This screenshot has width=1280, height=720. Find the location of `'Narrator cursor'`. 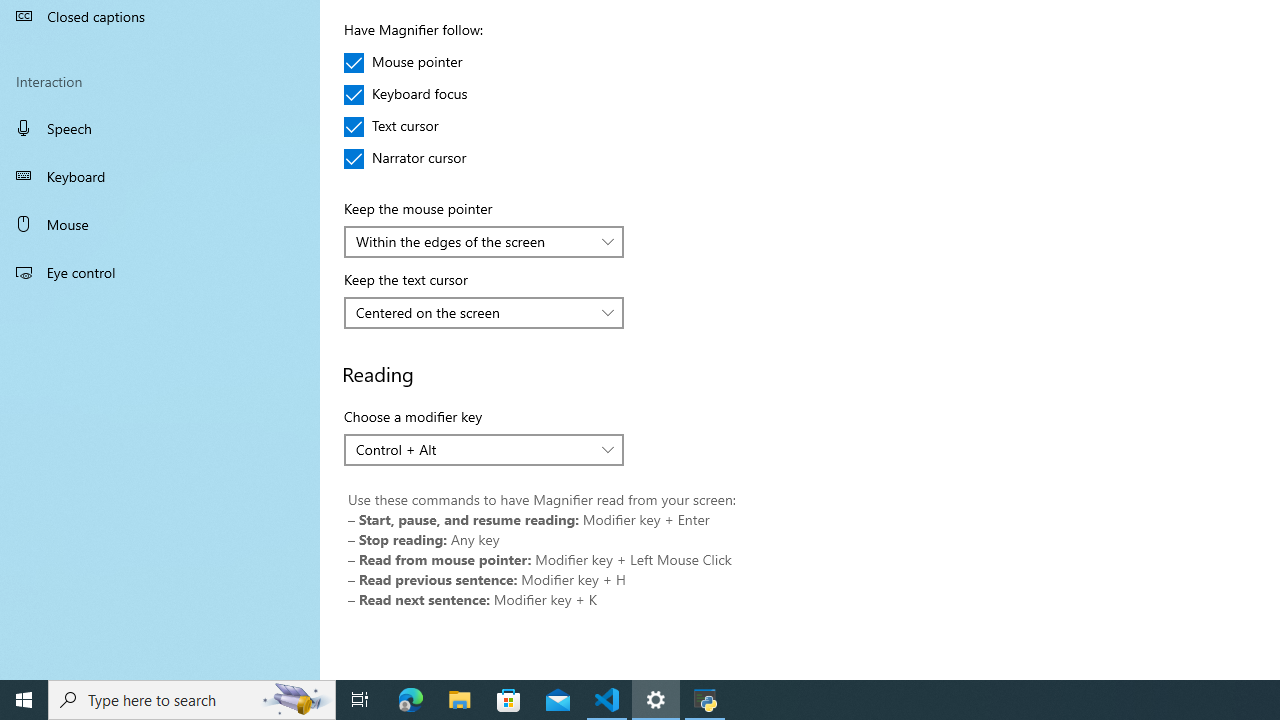

'Narrator cursor' is located at coordinates (404, 158).